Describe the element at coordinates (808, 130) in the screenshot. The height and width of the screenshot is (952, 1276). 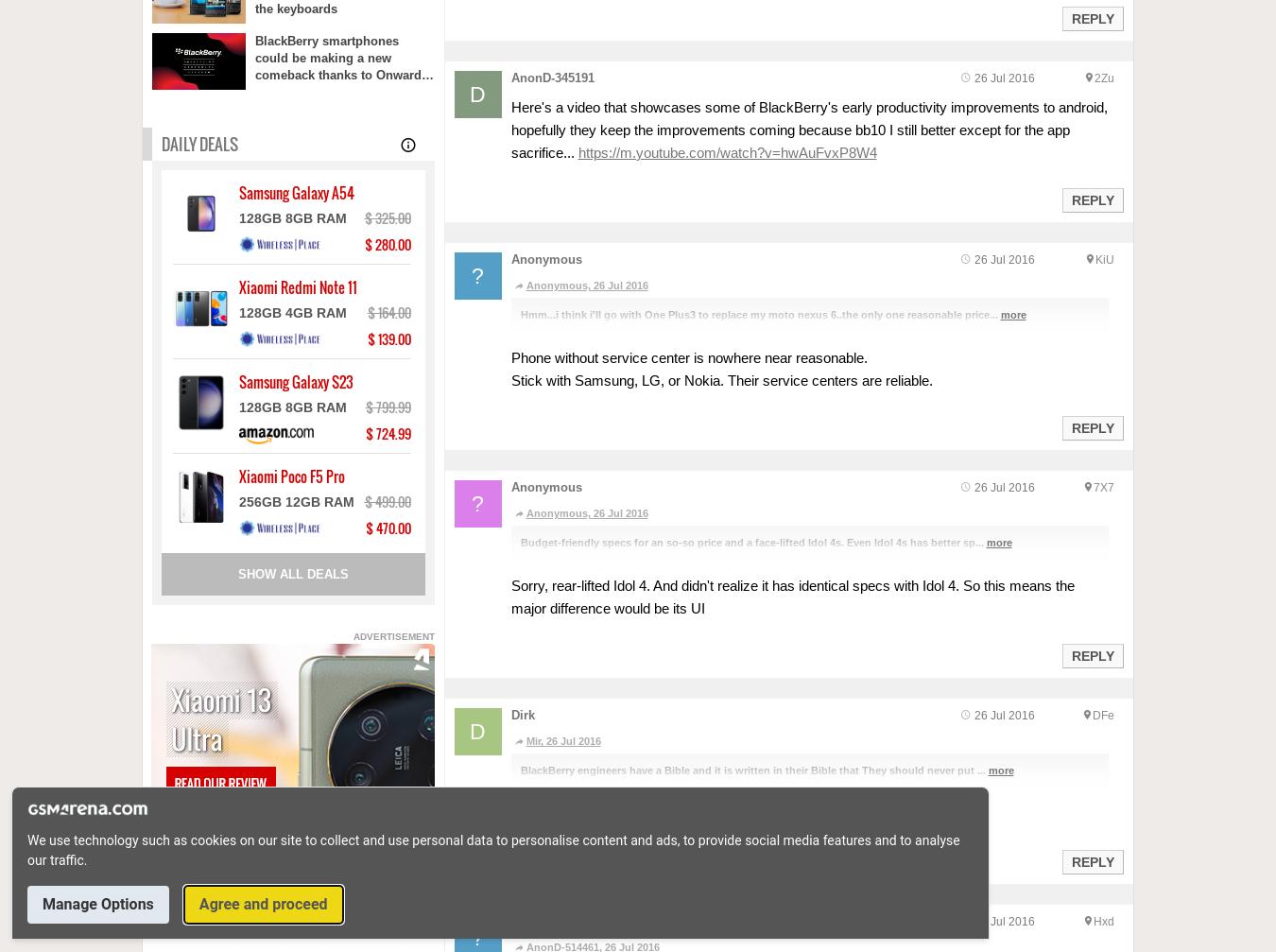
I see `'Here's a video that showcases some of BlackBerry's early productivity improvements to android, hopefully they keep the improvements coming because bb10 I still better except for the app sacrifice...'` at that location.